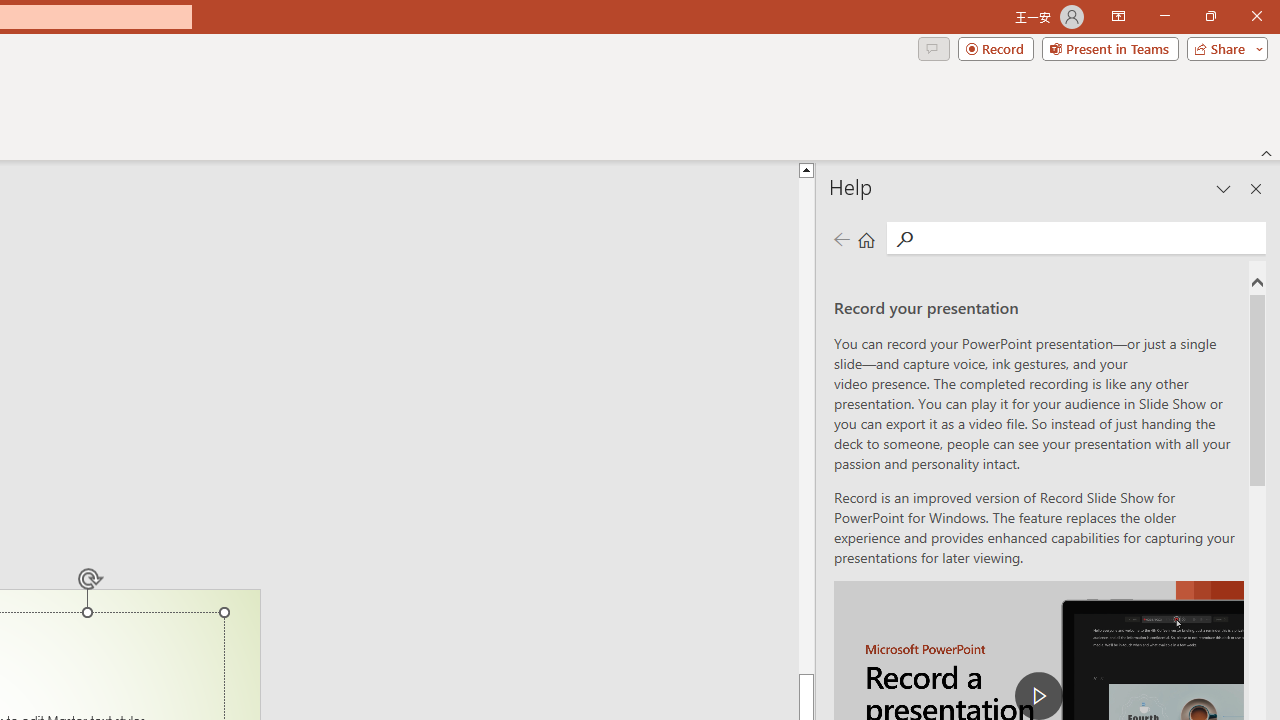 This screenshot has width=1280, height=720. Describe the element at coordinates (995, 47) in the screenshot. I see `'Record'` at that location.